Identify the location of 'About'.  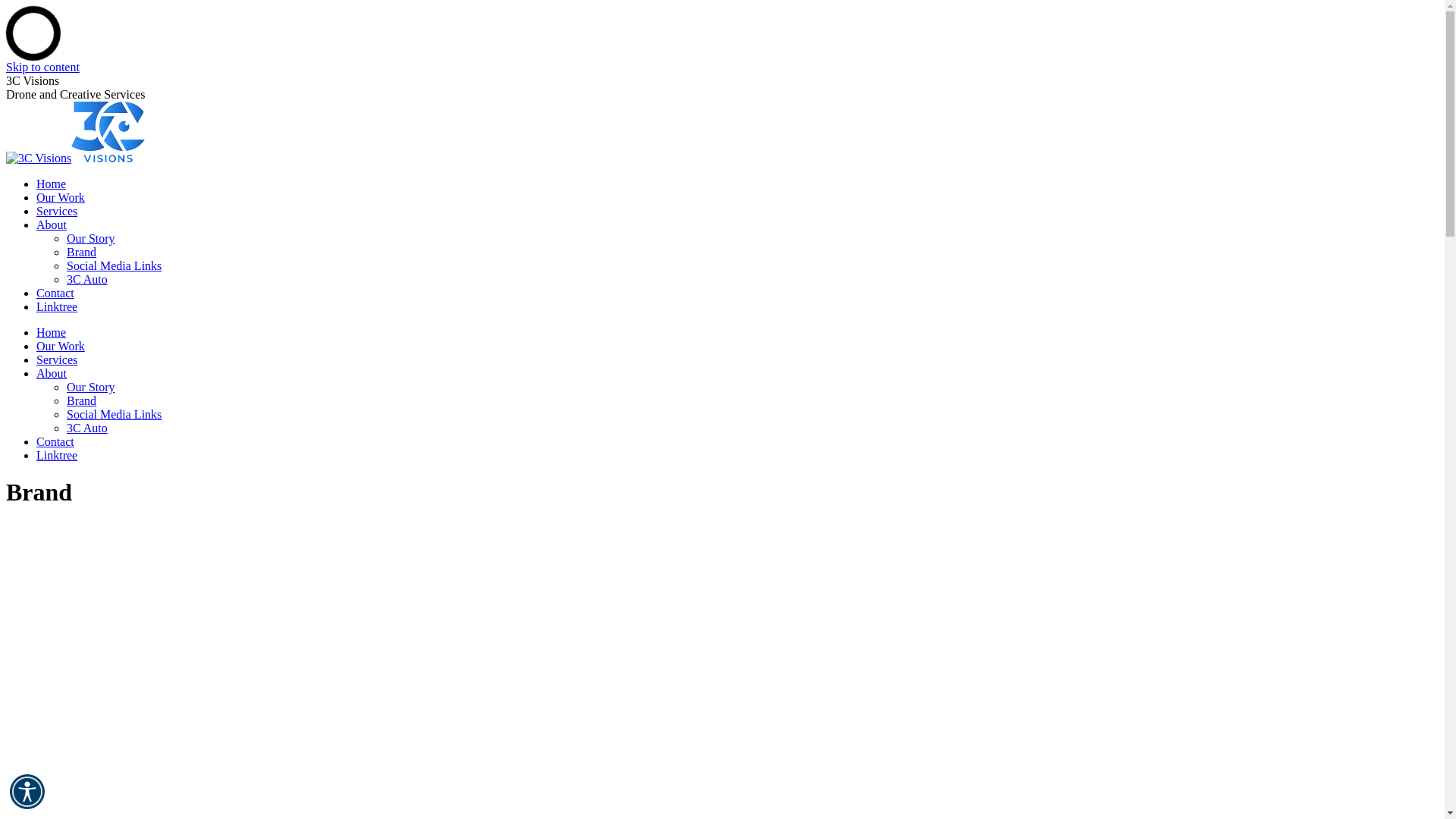
(51, 224).